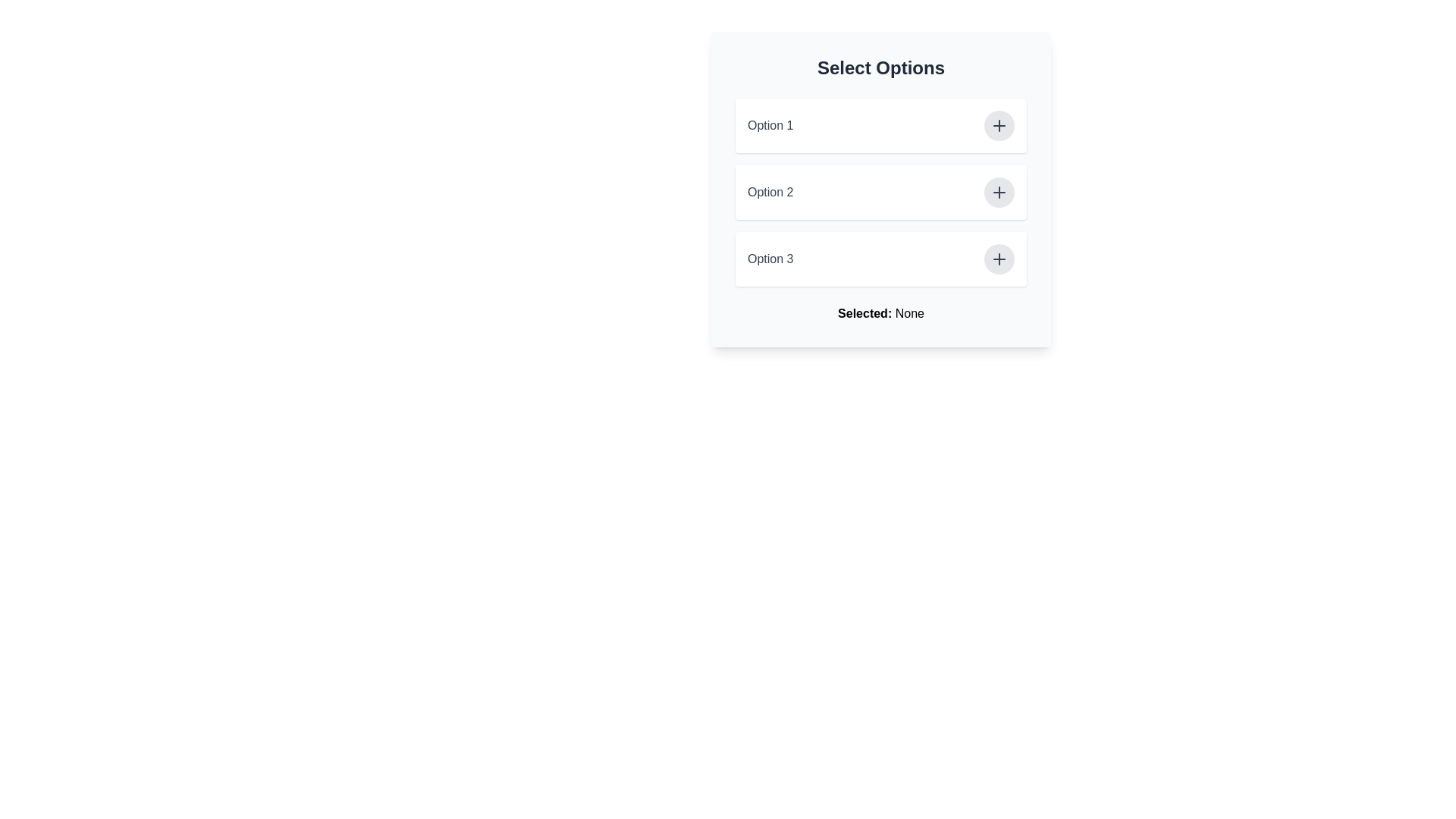  What do you see at coordinates (999, 124) in the screenshot?
I see `the icon button located at the far right of the first option row in a vertical list` at bounding box center [999, 124].